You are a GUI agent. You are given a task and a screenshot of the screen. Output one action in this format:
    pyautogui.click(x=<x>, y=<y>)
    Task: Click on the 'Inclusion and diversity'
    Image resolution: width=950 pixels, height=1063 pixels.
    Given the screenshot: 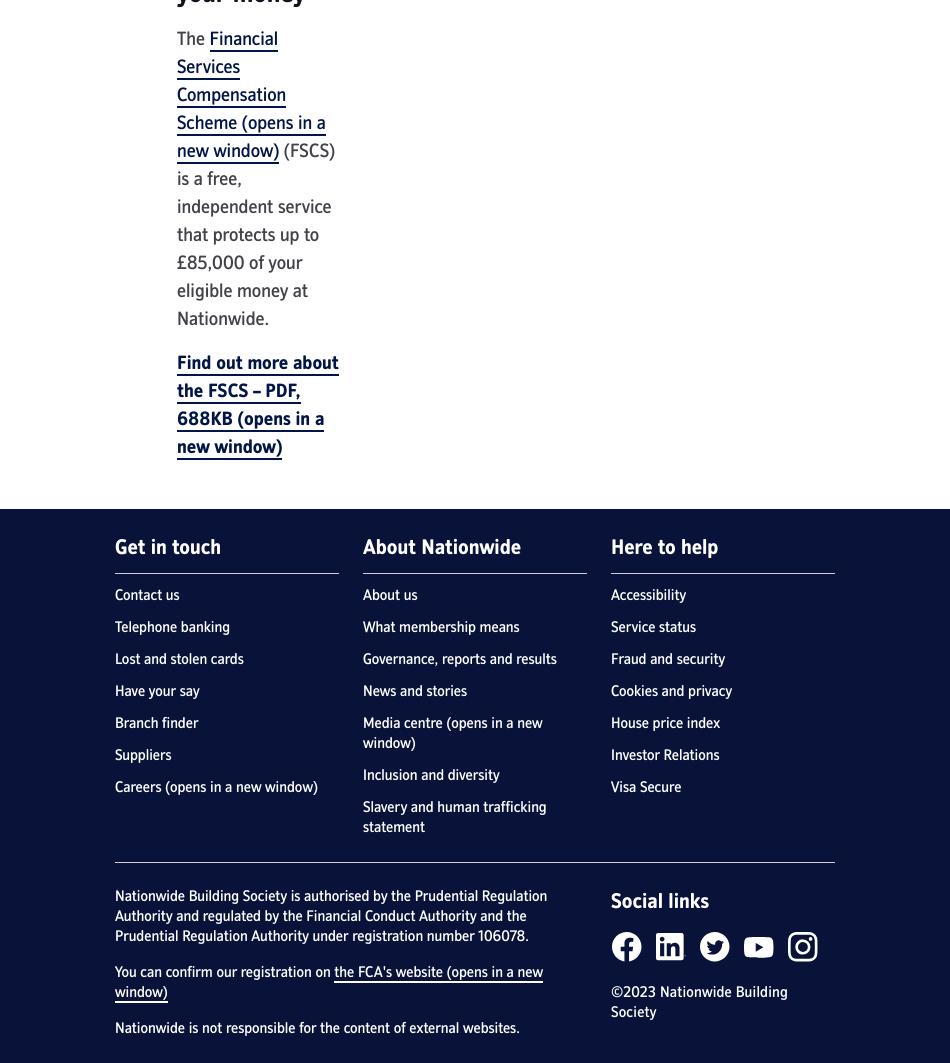 What is the action you would take?
    pyautogui.click(x=429, y=774)
    